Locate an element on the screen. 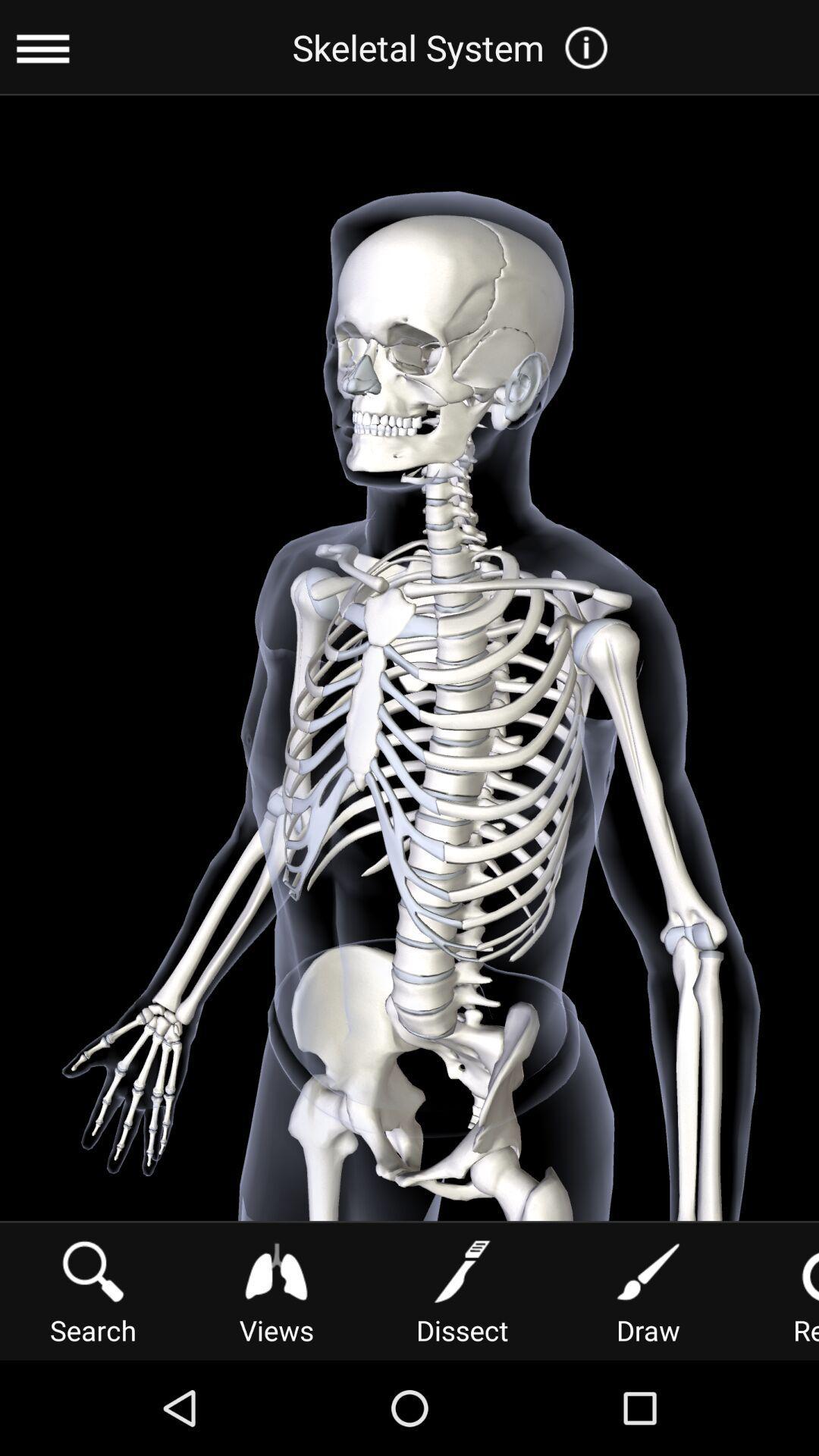 Image resolution: width=819 pixels, height=1456 pixels. the views button is located at coordinates (276, 1289).